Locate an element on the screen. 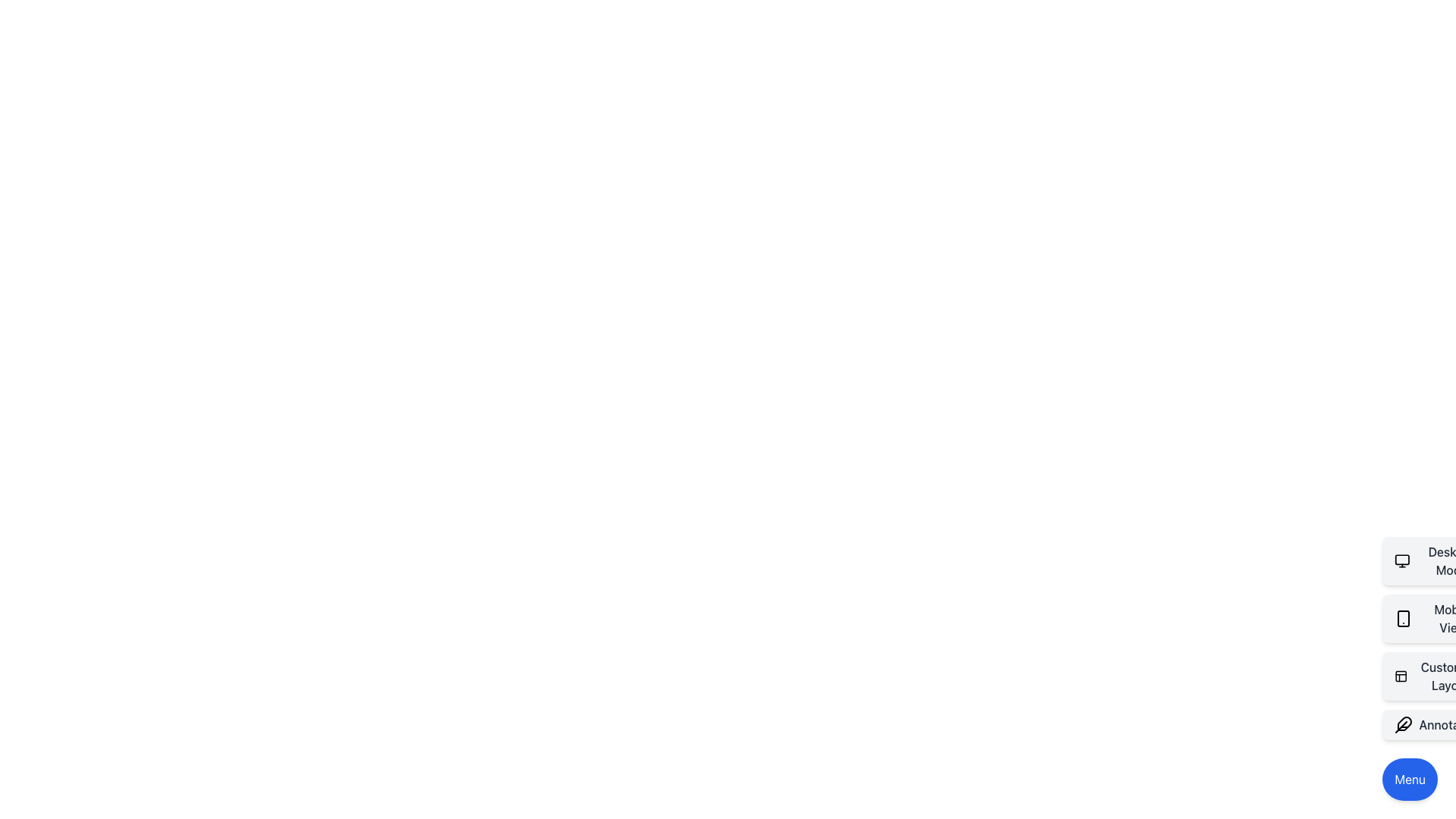 Image resolution: width=1456 pixels, height=819 pixels. the 'Desktop Mode' button, which features a minimalist computer monitor icon on its left side is located at coordinates (1401, 561).